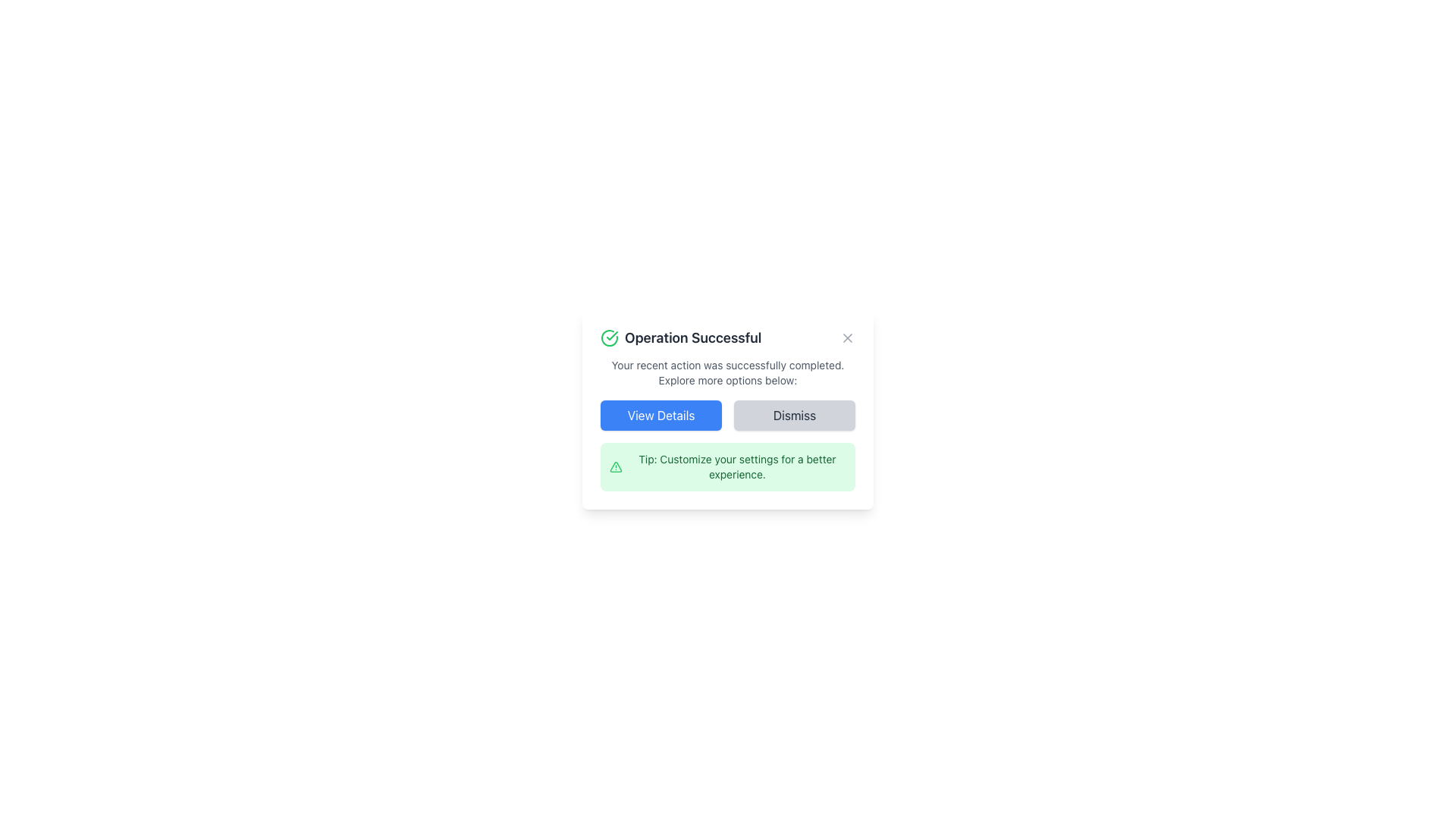 The width and height of the screenshot is (1456, 819). Describe the element at coordinates (793, 415) in the screenshot. I see `the 'Dismiss' button with gray background and dark gray text` at that location.